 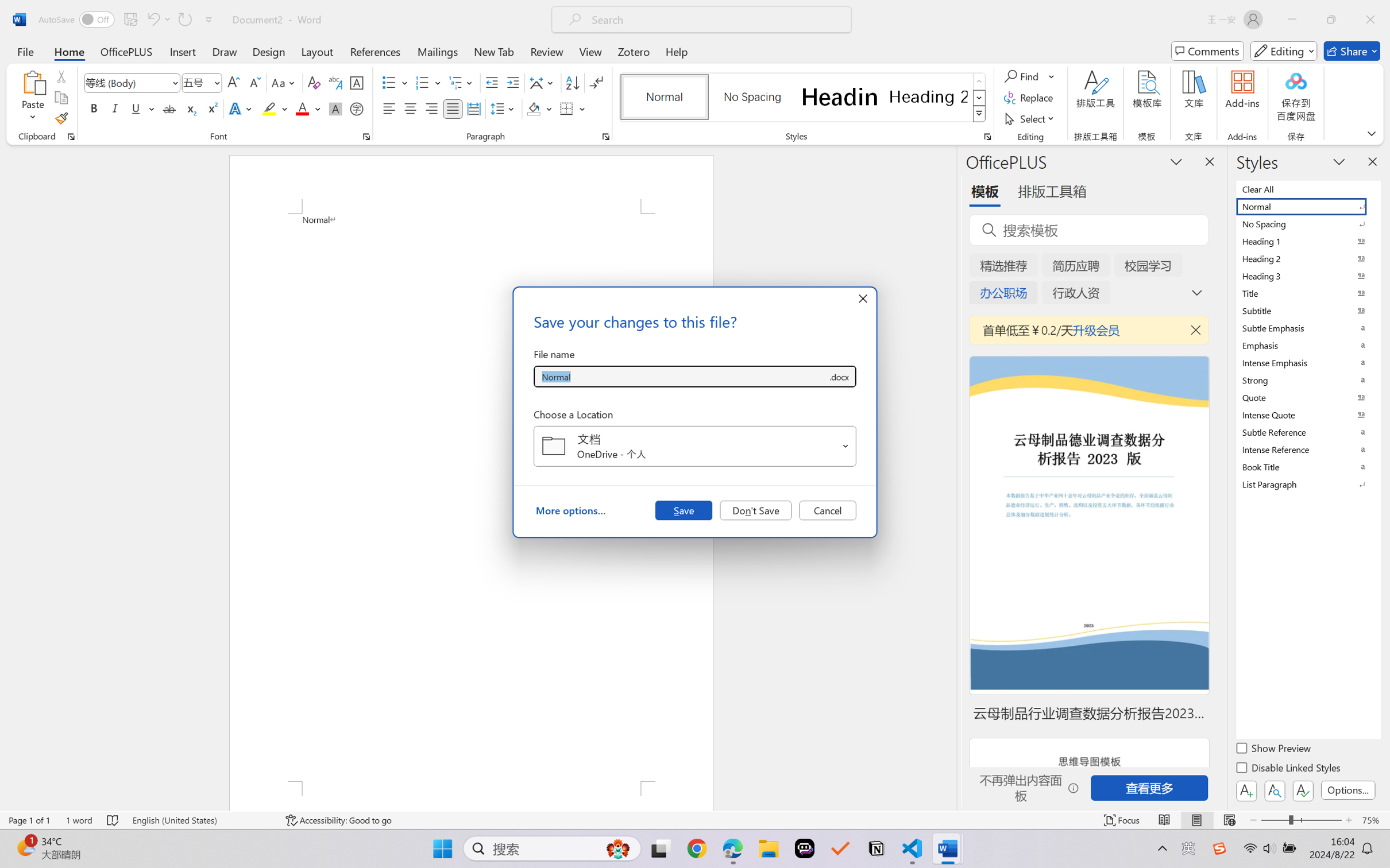 I want to click on 'Layout', so click(x=316, y=51).